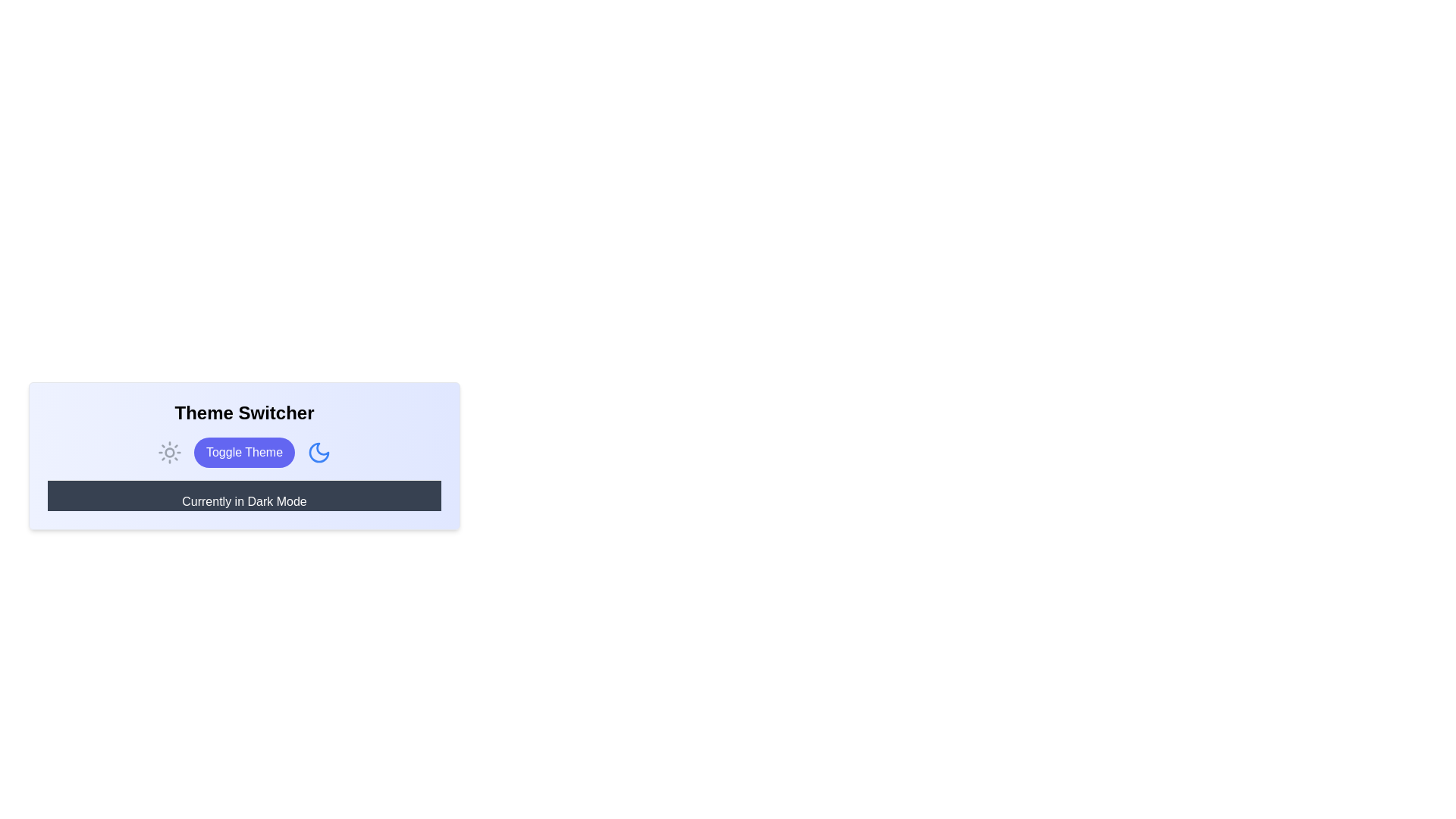 The image size is (1456, 819). I want to click on the 'Toggle Theme' button with a vibrant blue background, located near the center of the 'Theme Switcher' box, so click(244, 452).